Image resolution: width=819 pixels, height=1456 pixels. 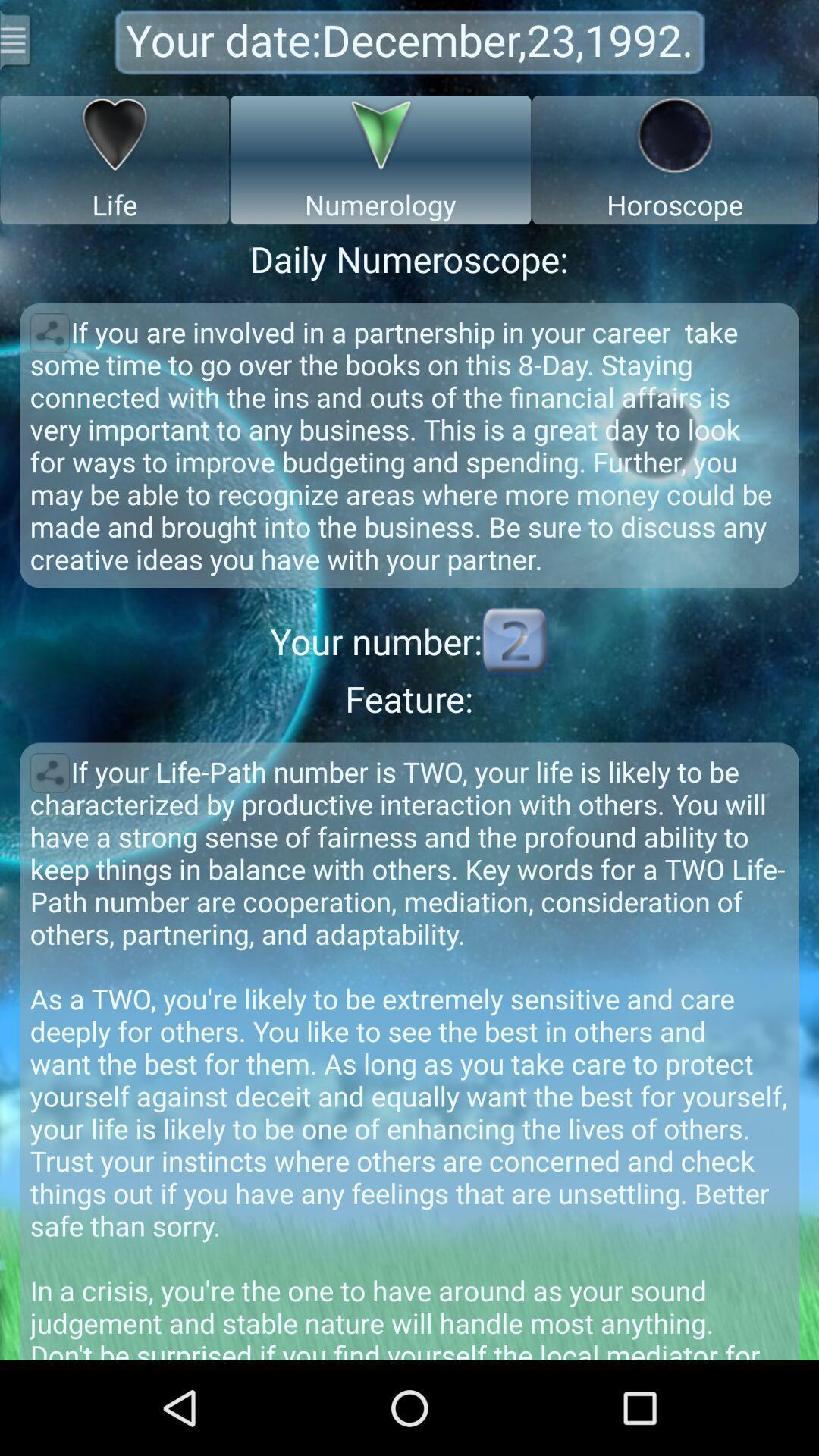 I want to click on the share icon, so click(x=49, y=356).